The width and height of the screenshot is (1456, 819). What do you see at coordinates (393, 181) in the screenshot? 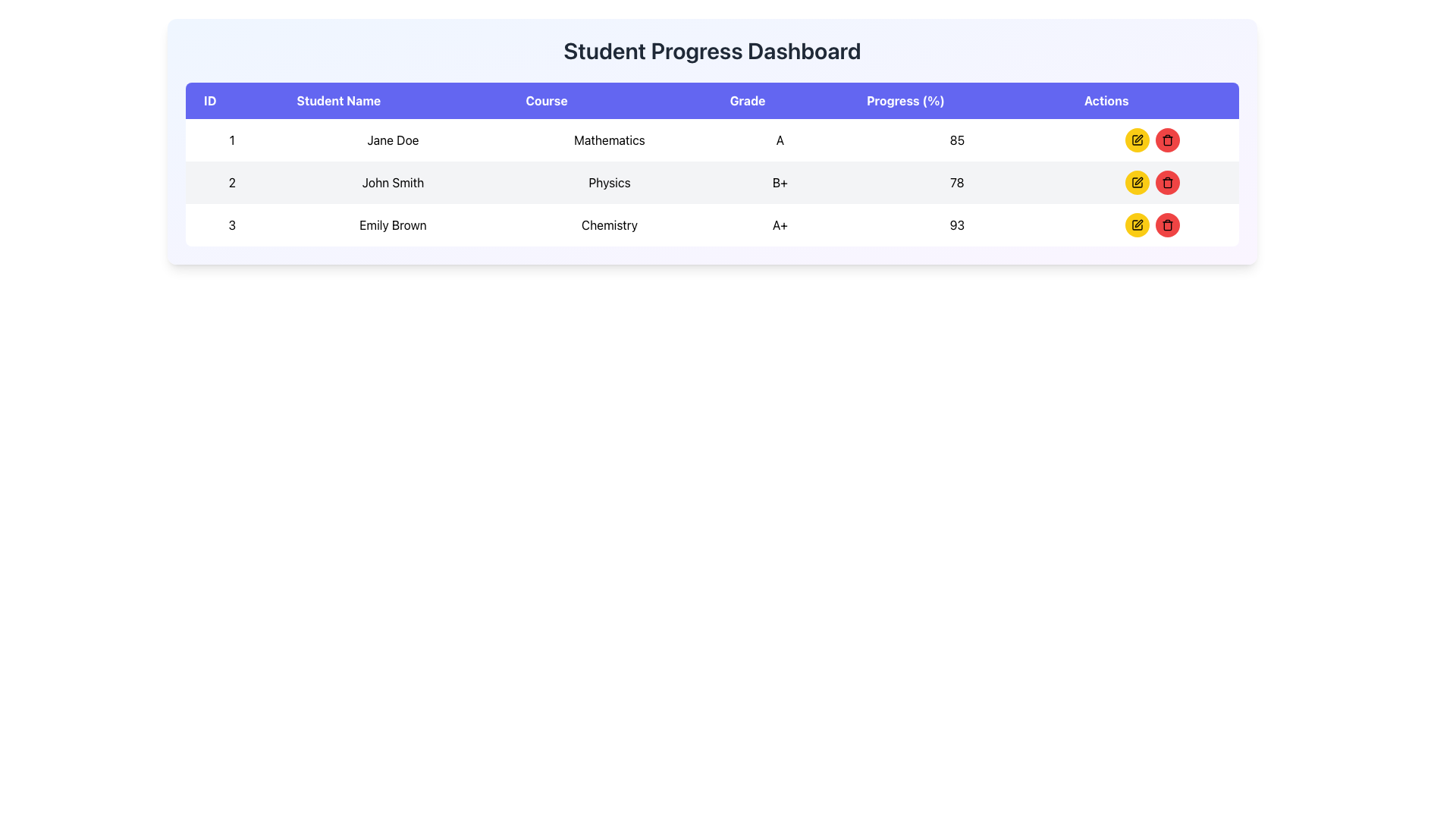
I see `text displayed in the cell representing the student's name, which identifies 'John Smith' in the second row of the table under the 'Student Name' column` at bounding box center [393, 181].